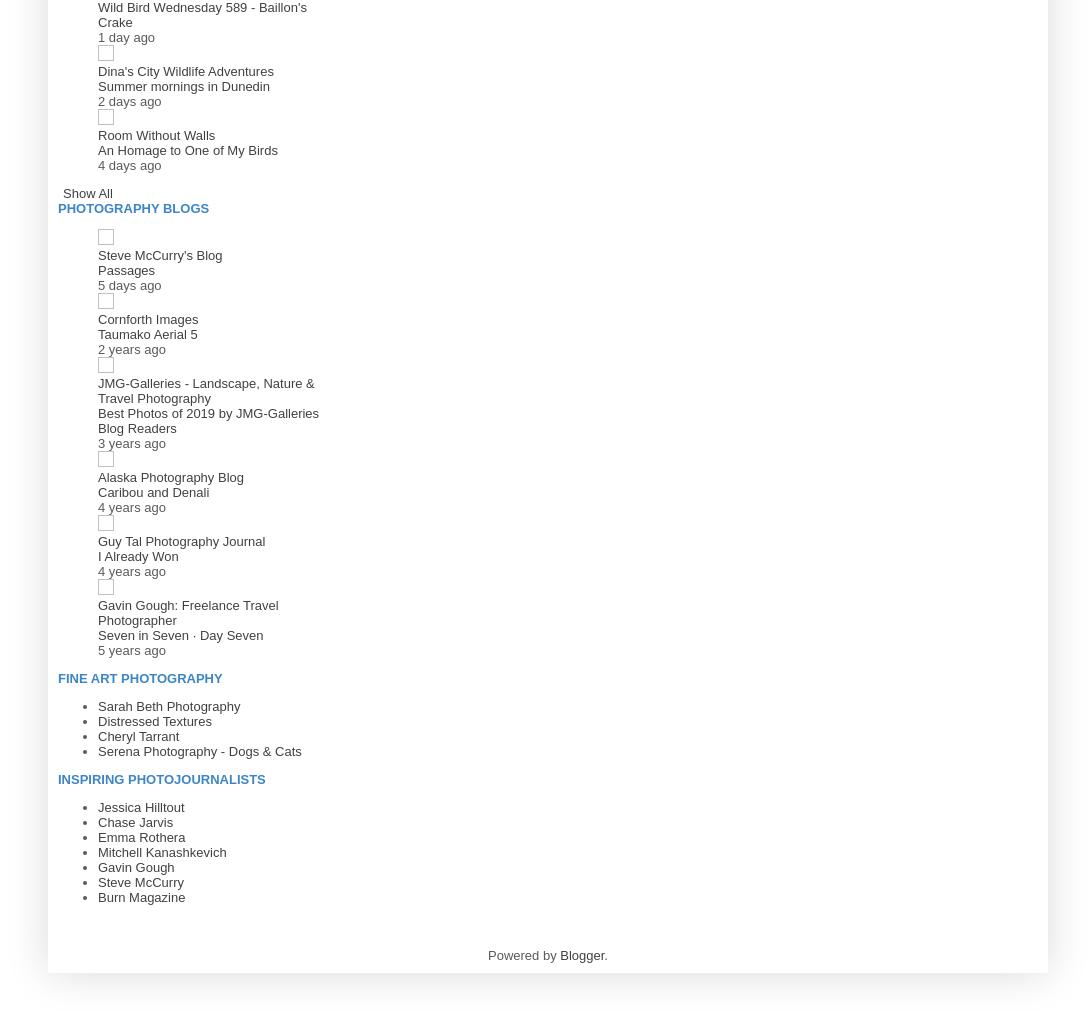 The height and width of the screenshot is (1011, 1088). I want to click on 'Cheryl Tarrant', so click(137, 734).